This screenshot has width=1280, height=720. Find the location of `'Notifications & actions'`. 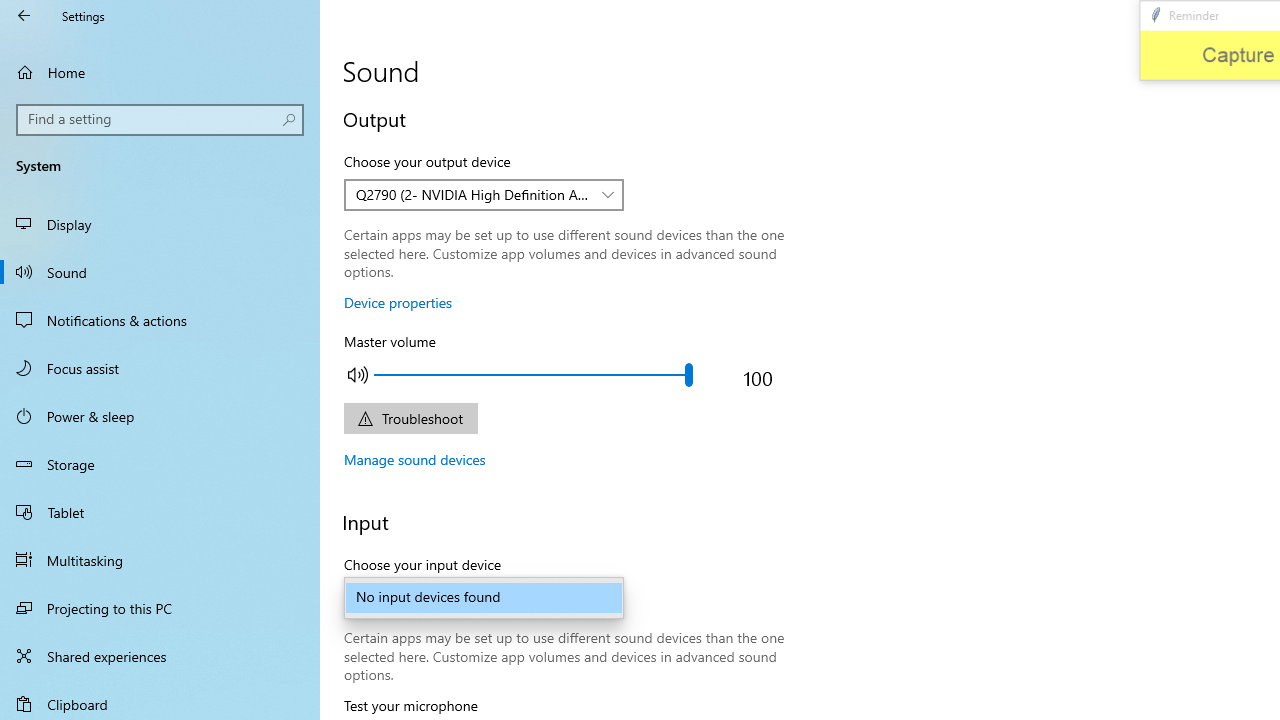

'Notifications & actions' is located at coordinates (160, 319).